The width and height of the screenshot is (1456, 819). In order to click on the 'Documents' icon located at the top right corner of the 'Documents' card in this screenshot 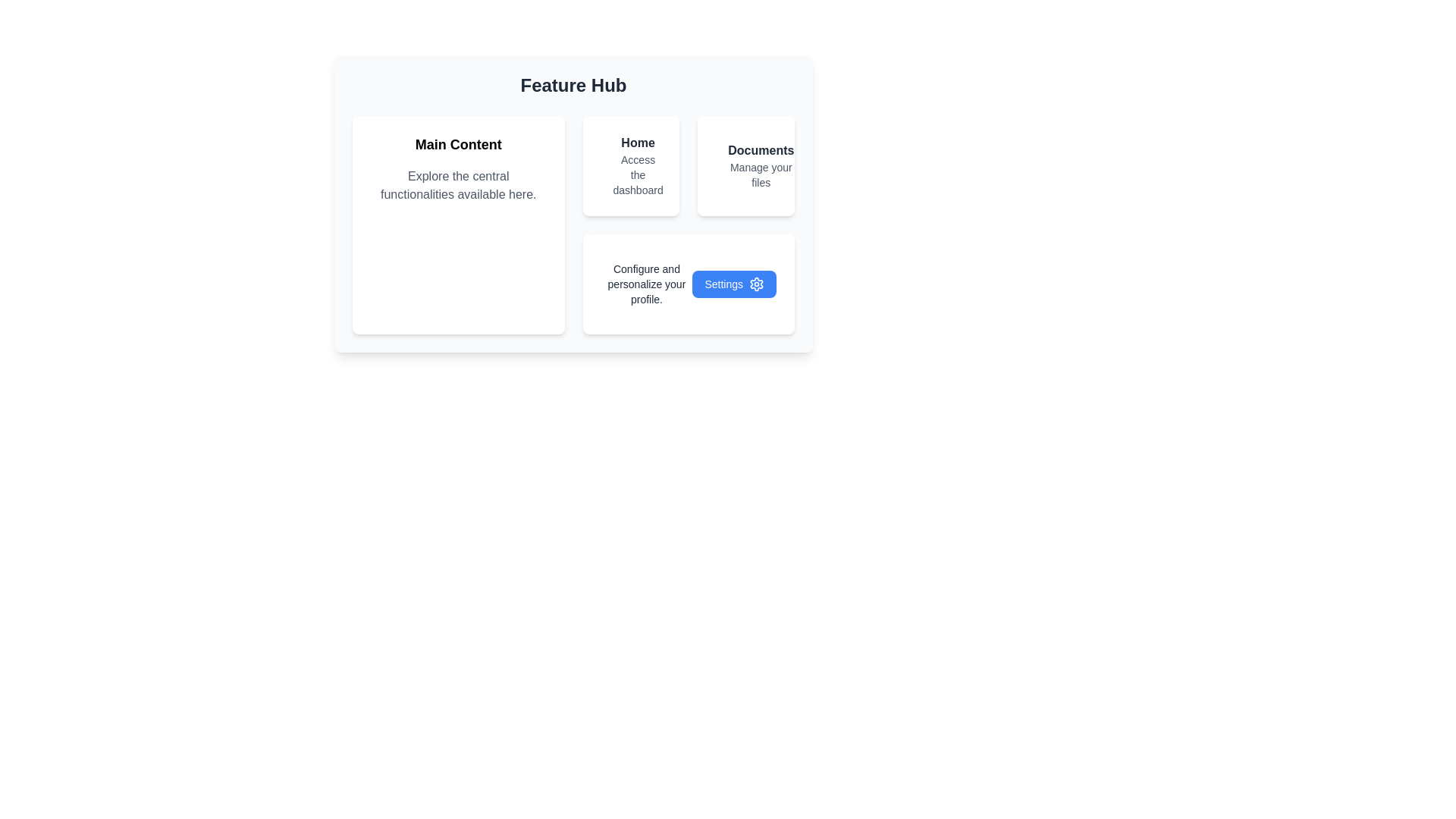, I will do `click(724, 163)`.